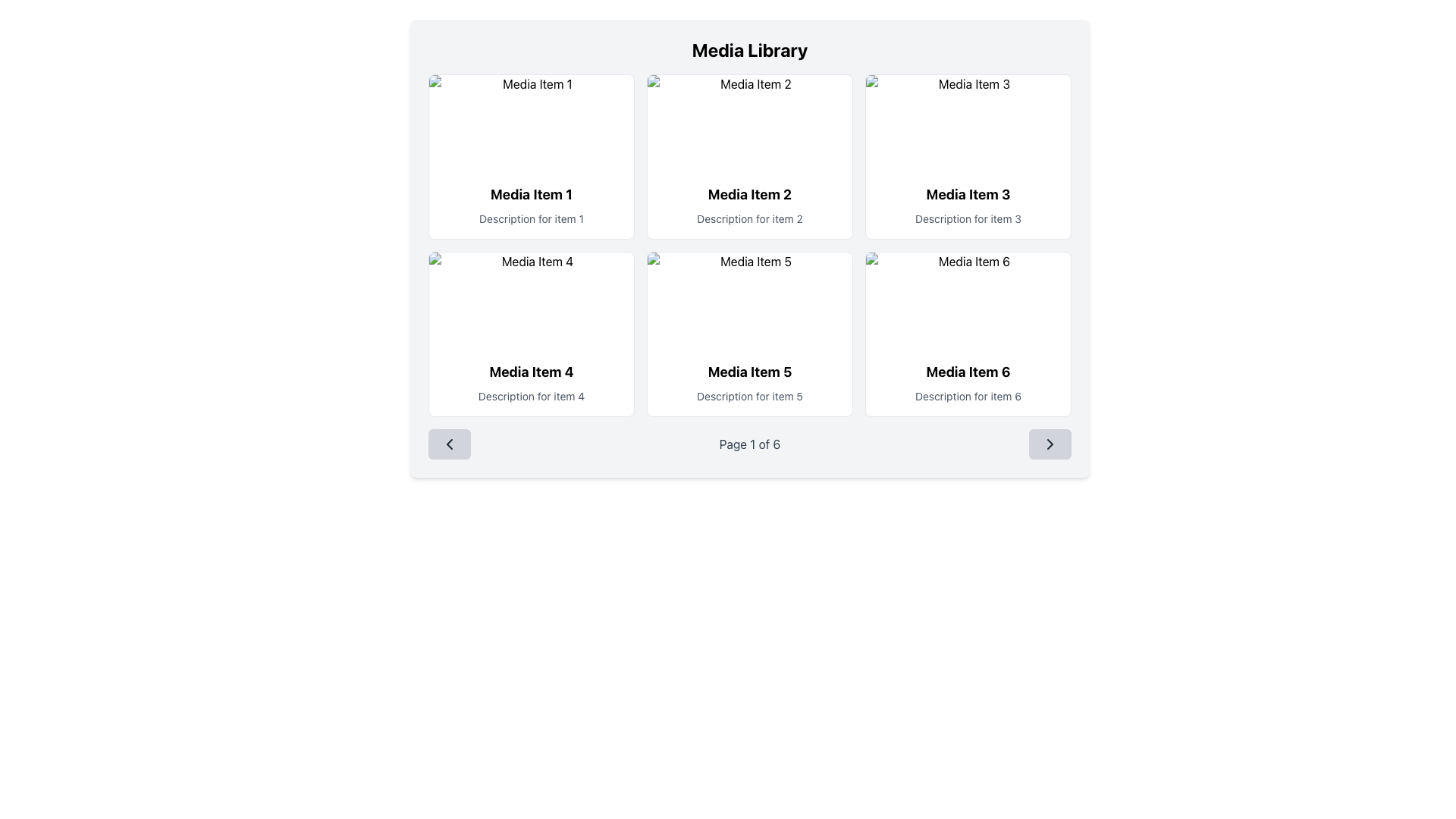 The height and width of the screenshot is (819, 1456). Describe the element at coordinates (531, 194) in the screenshot. I see `text label that displays 'Media Item 1', which is styled in bold and large font, located above the description text in the upper-left card of the media grid` at that location.